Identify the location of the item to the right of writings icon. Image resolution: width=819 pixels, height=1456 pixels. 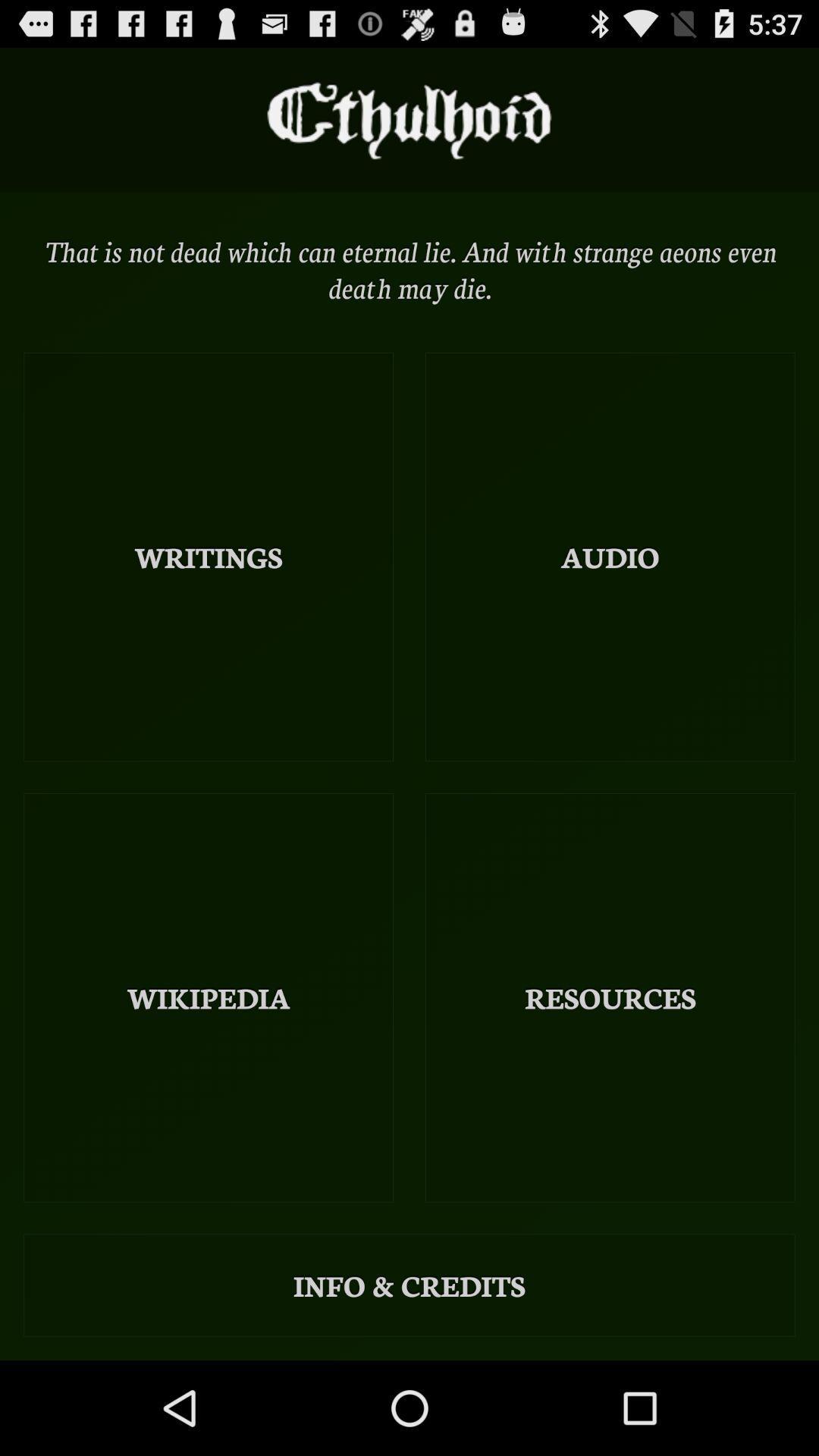
(609, 556).